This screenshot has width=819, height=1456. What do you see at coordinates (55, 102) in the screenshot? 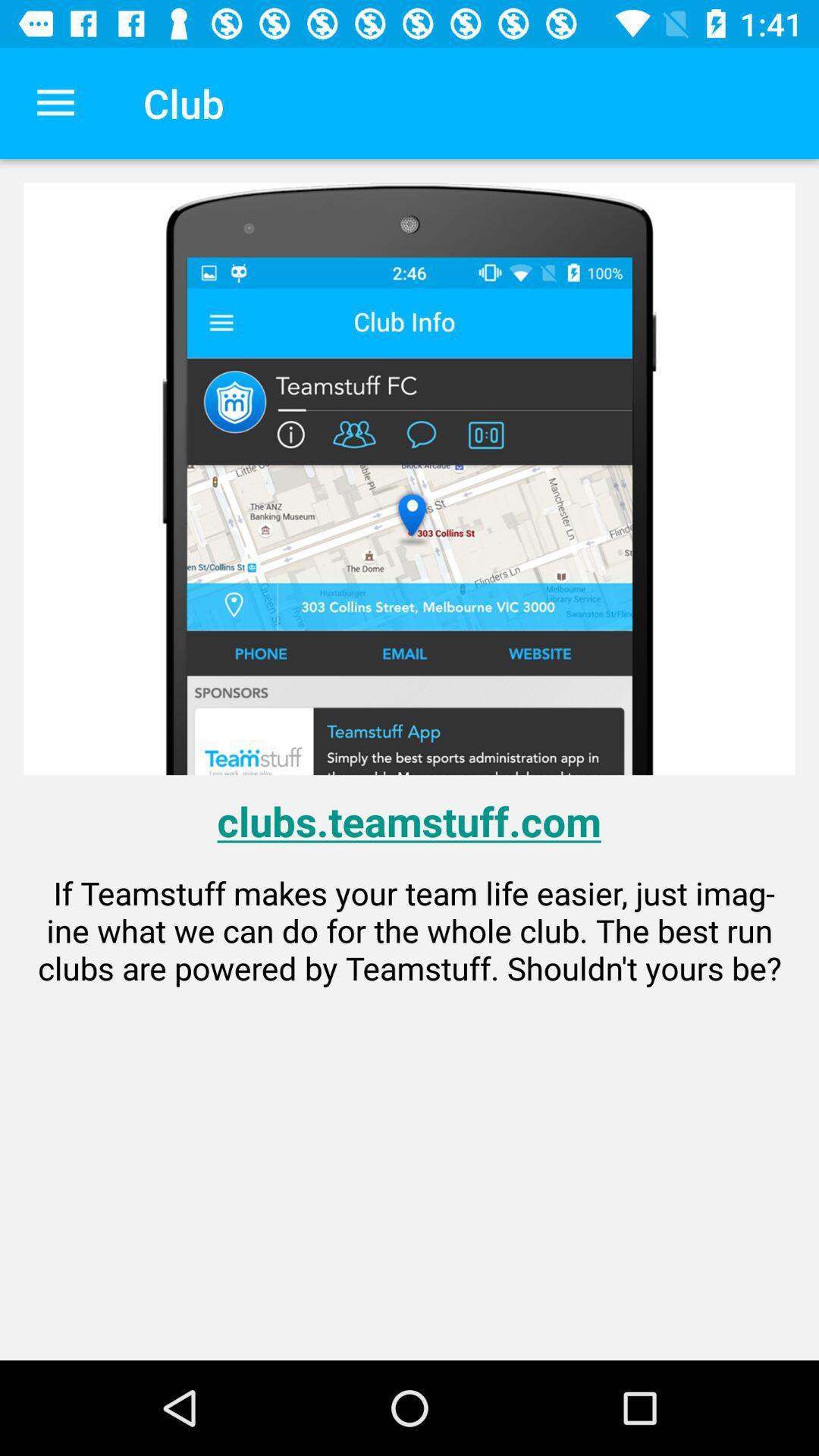
I see `icon next to club item` at bounding box center [55, 102].